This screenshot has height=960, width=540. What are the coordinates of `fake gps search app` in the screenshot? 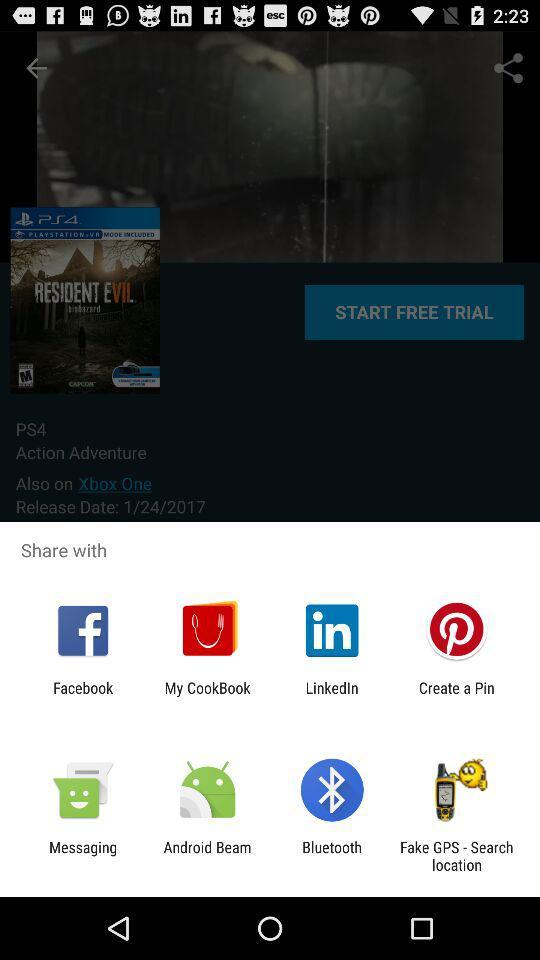 It's located at (456, 855).